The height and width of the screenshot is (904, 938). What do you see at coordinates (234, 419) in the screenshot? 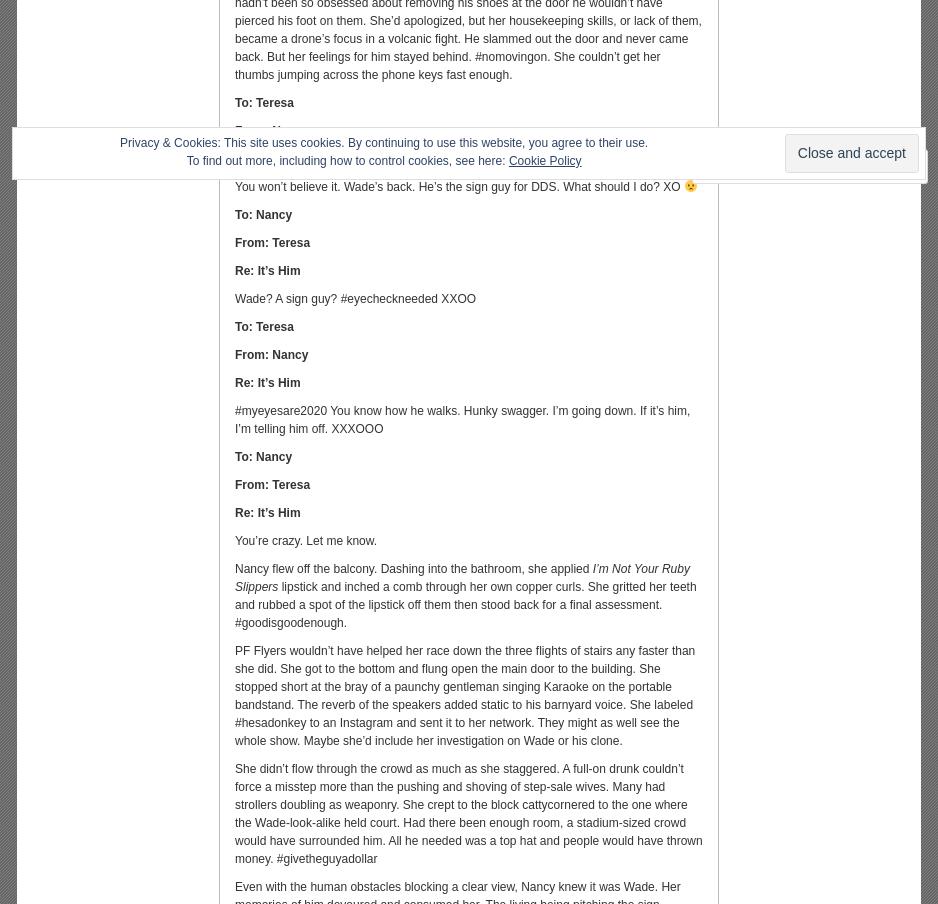
I see `'#myeyesare2020 You know how he walks. Hunky swagger. I’m going down. If it’s him, I’m telling him off. XXXOOO'` at bounding box center [234, 419].